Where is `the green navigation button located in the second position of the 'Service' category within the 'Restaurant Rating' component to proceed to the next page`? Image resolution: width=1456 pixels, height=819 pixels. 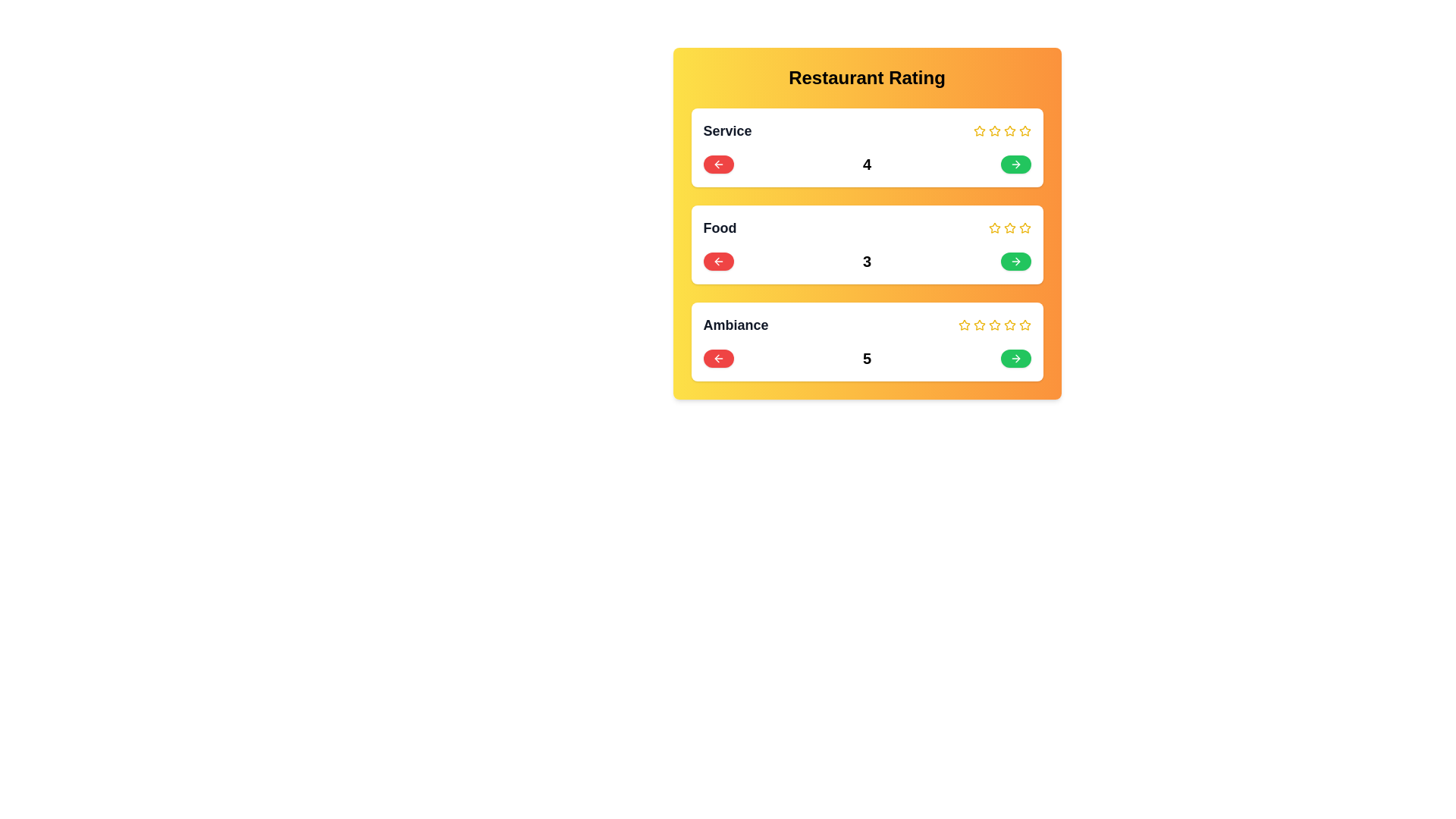
the green navigation button located in the second position of the 'Service' category within the 'Restaurant Rating' component to proceed to the next page is located at coordinates (1015, 164).